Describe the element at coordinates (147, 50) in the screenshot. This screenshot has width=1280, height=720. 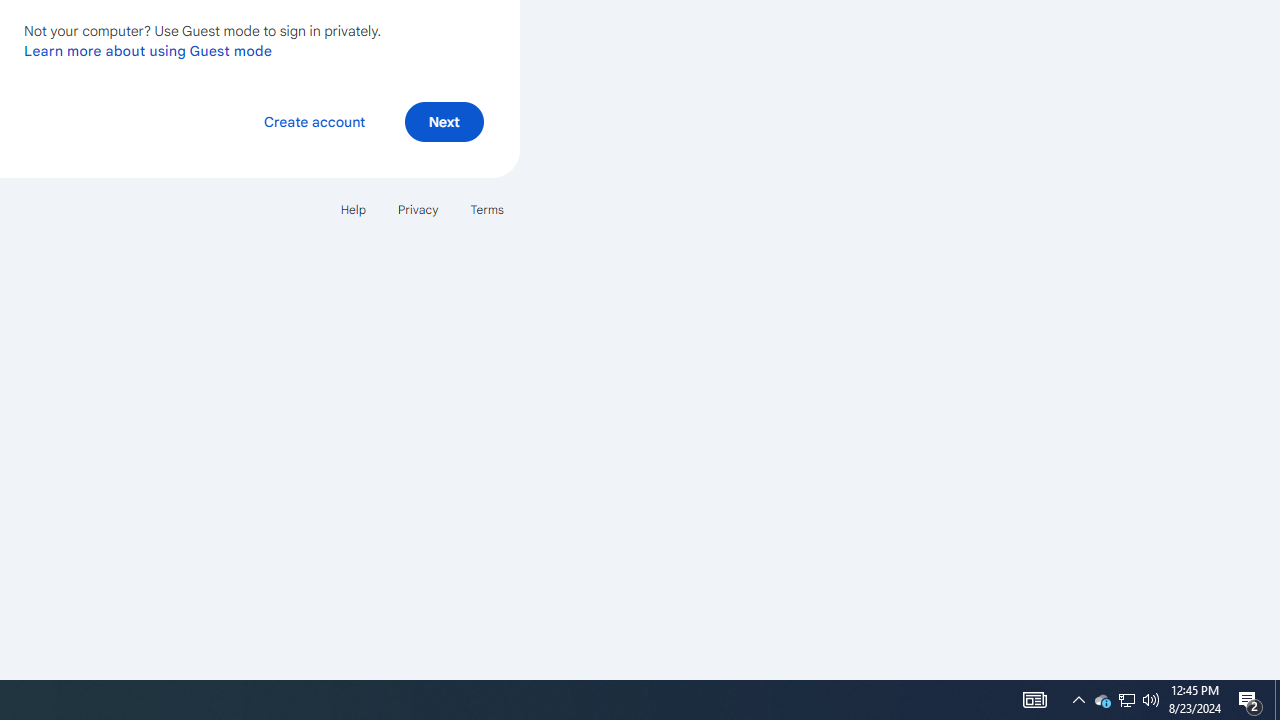
I see `'Learn more about using Guest mode'` at that location.